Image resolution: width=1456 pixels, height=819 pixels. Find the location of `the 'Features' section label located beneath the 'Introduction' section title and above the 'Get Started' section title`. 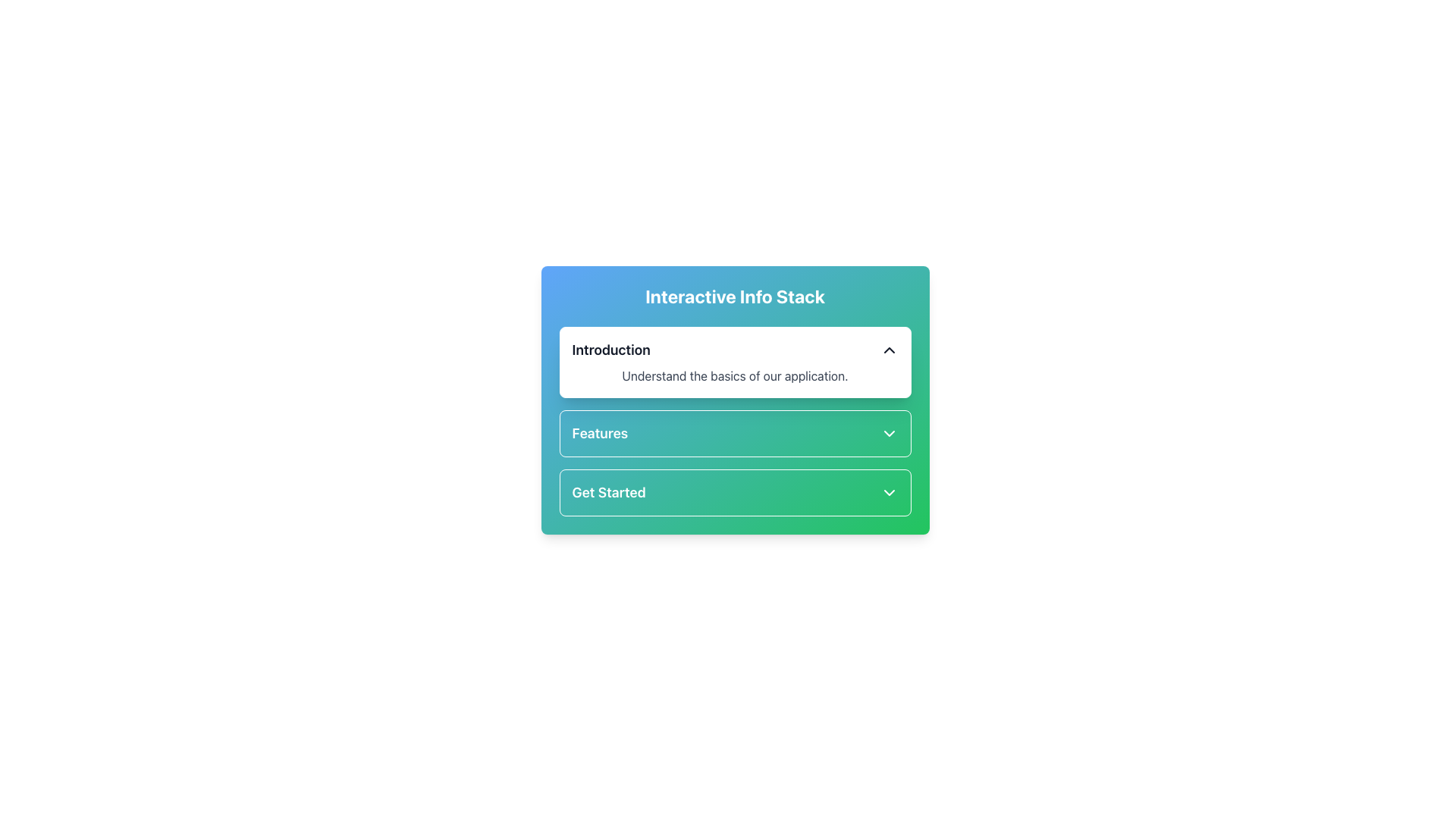

the 'Features' section label located beneath the 'Introduction' section title and above the 'Get Started' section title is located at coordinates (599, 433).